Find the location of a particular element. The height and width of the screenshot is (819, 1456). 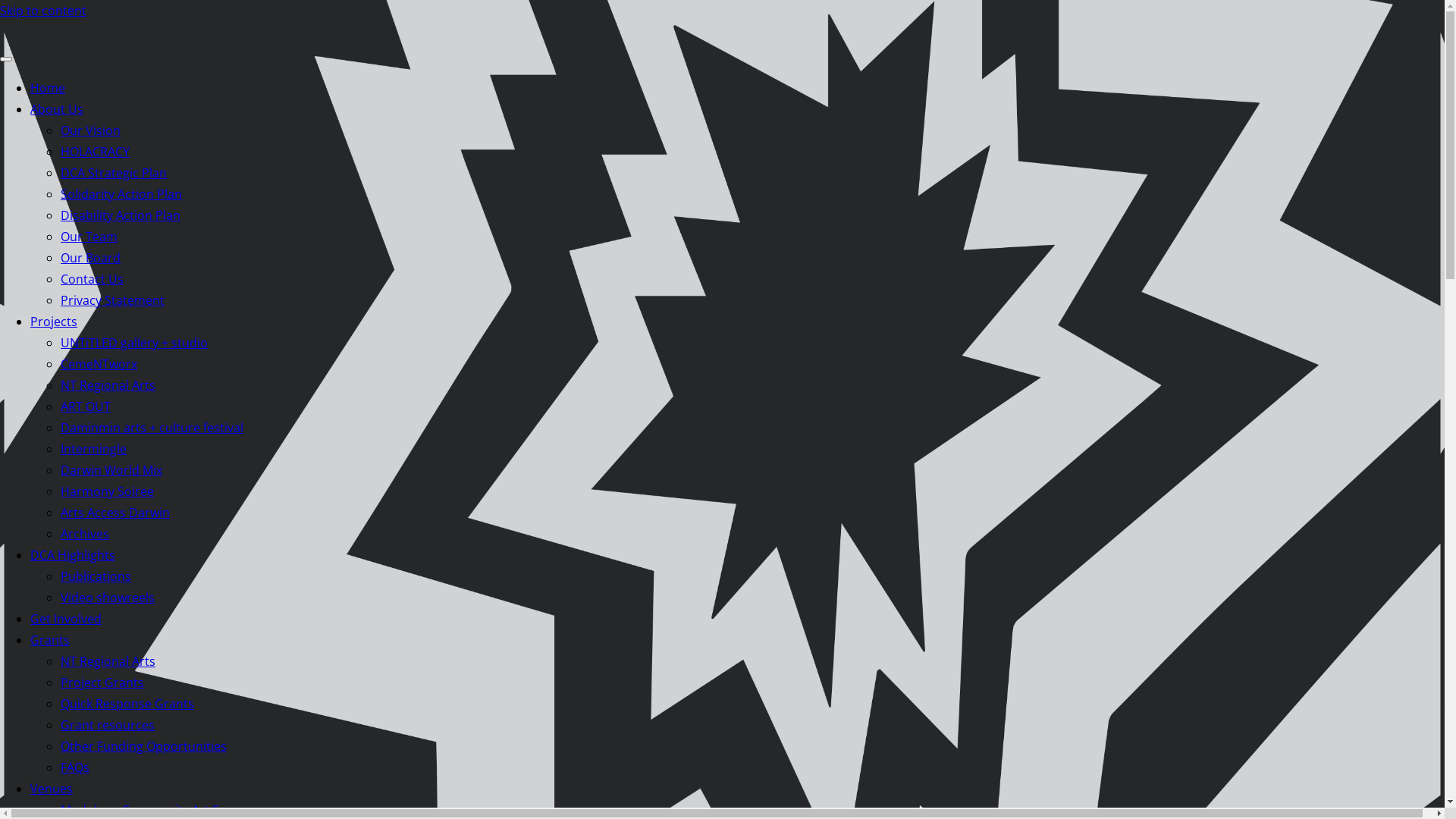

'Privacy Statement' is located at coordinates (111, 300).